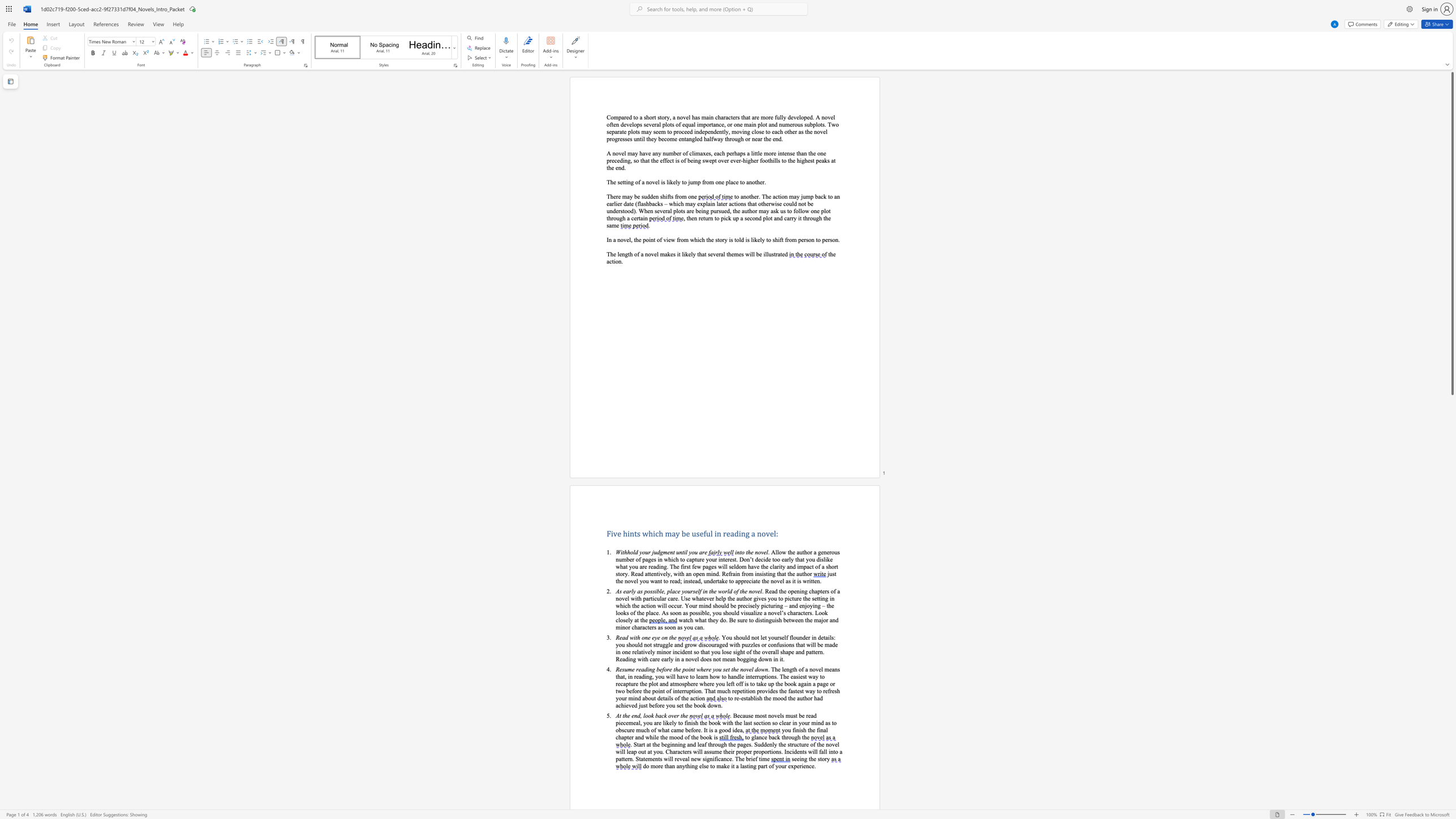 The image size is (1456, 819). Describe the element at coordinates (755, 239) in the screenshot. I see `the 1th character "k" in the text` at that location.